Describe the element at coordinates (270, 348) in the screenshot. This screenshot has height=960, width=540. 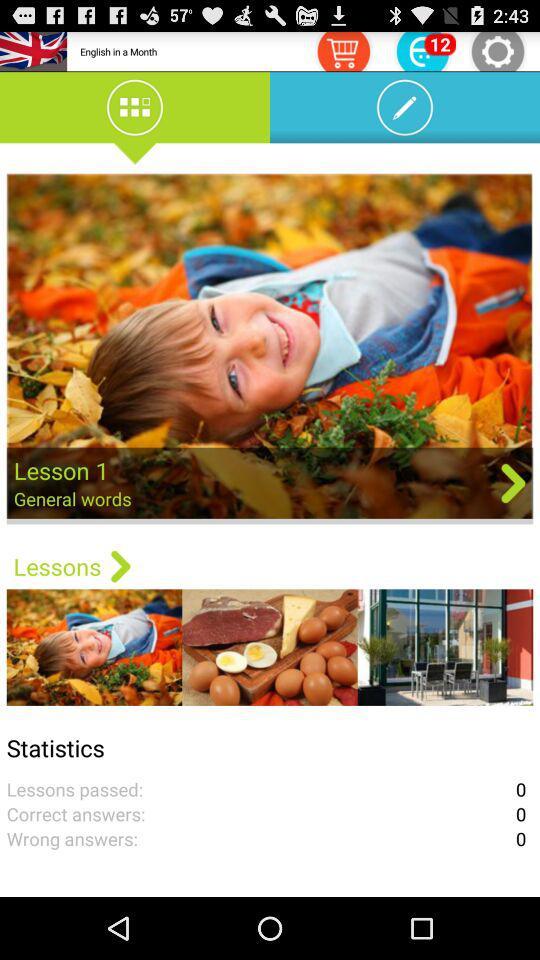
I see `advertisement` at that location.